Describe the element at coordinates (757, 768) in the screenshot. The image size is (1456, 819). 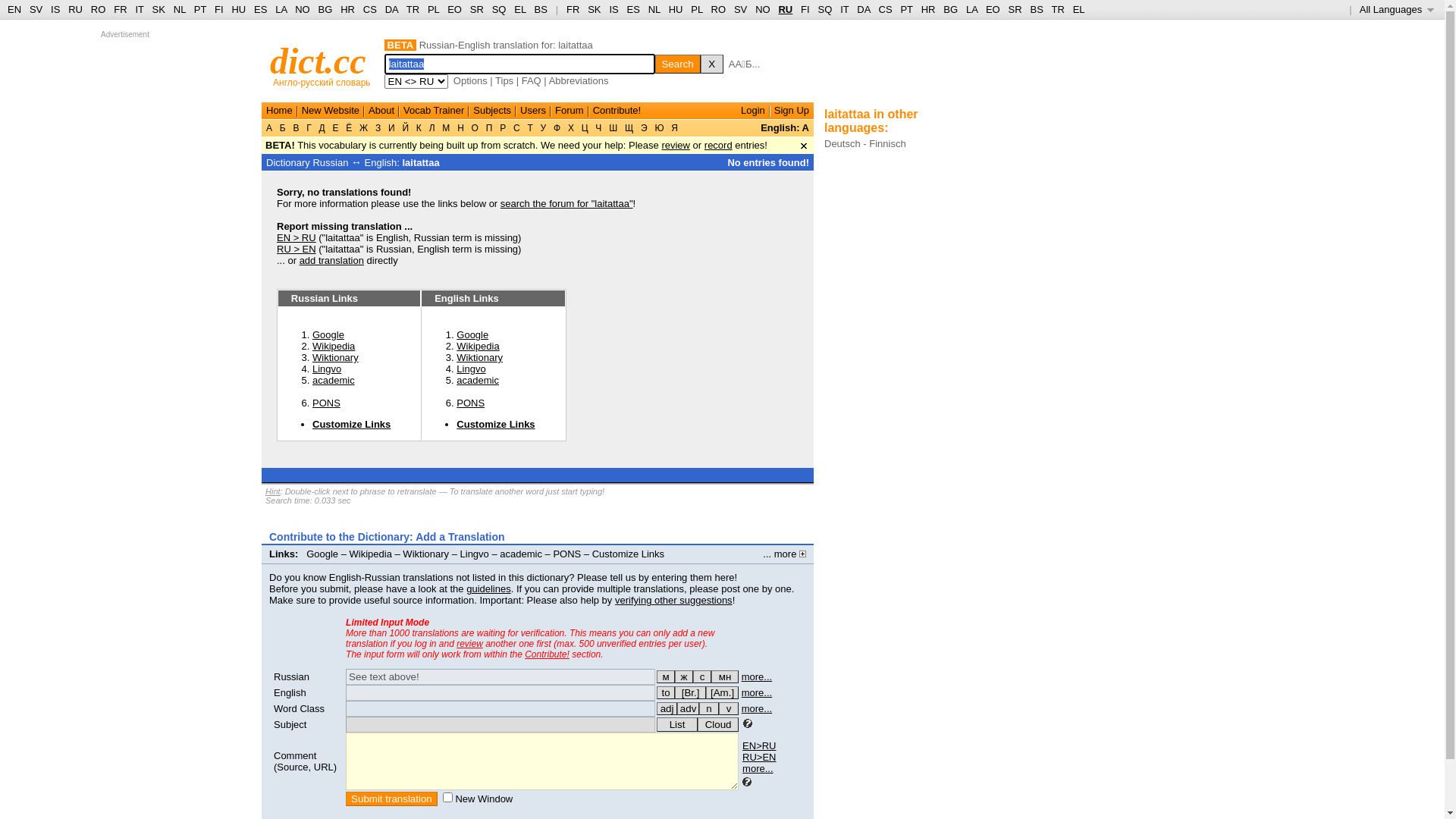
I see `'more...'` at that location.